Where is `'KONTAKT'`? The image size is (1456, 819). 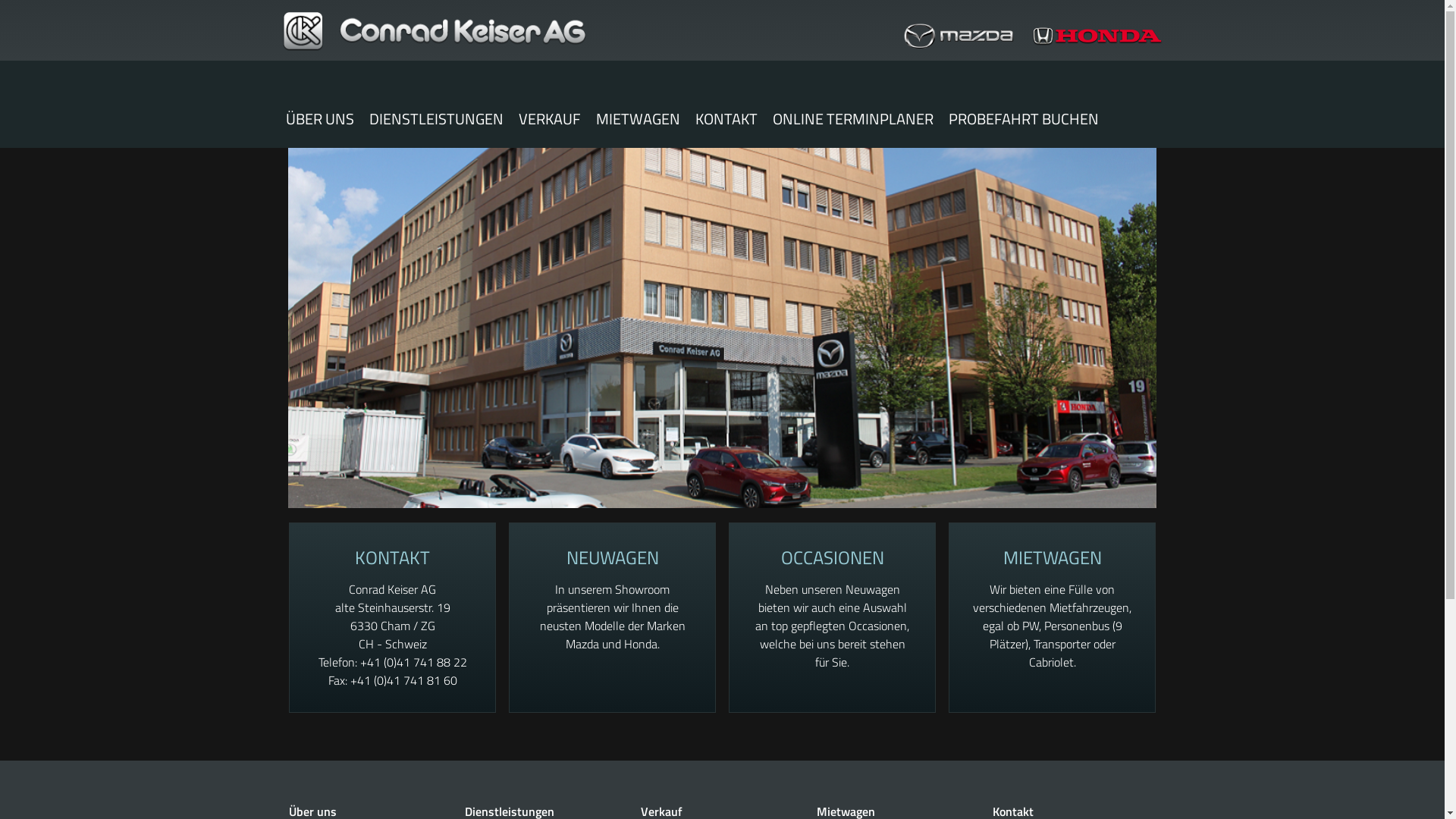
'KONTAKT' is located at coordinates (392, 557).